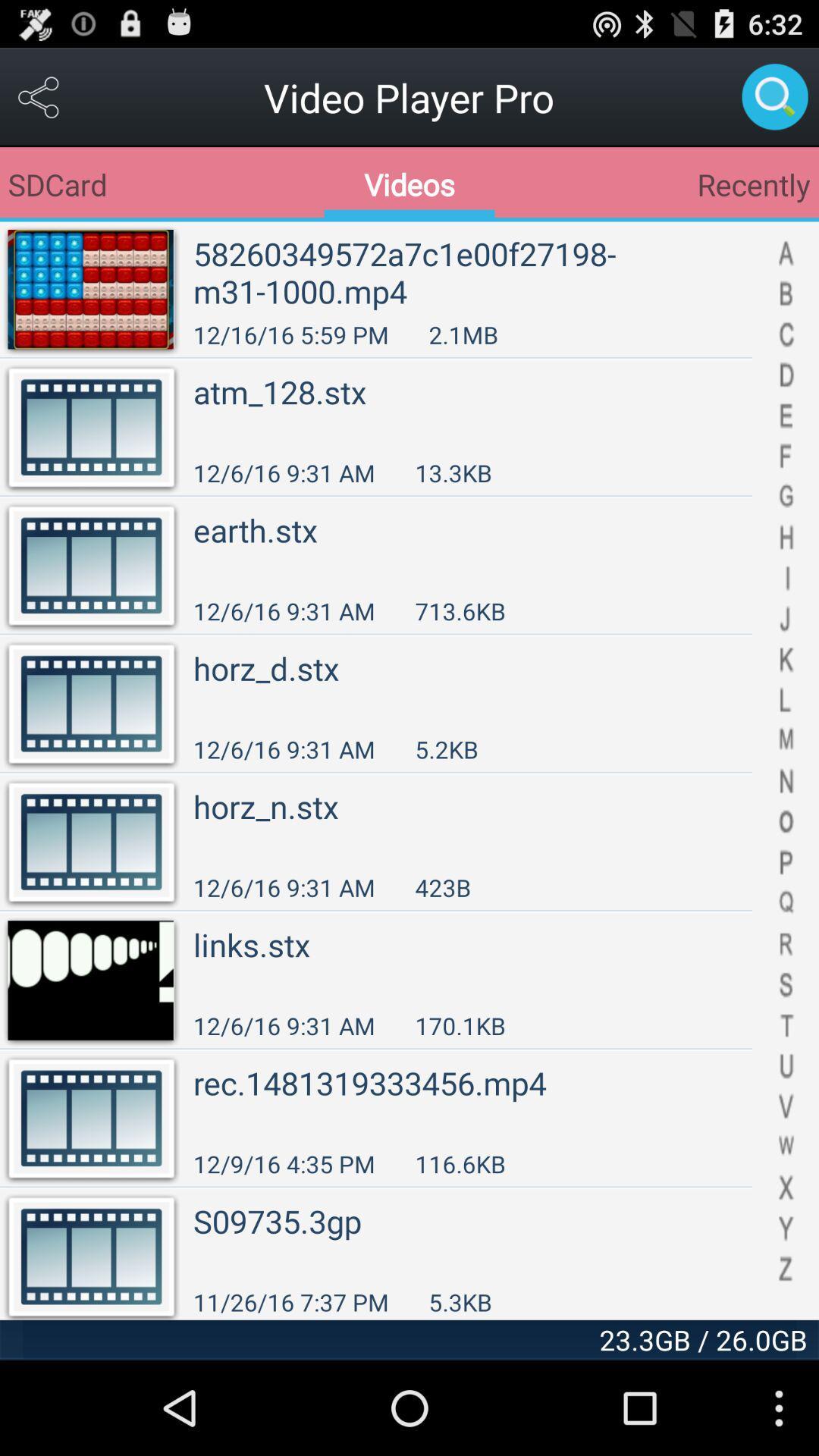  Describe the element at coordinates (39, 103) in the screenshot. I see `the share icon` at that location.